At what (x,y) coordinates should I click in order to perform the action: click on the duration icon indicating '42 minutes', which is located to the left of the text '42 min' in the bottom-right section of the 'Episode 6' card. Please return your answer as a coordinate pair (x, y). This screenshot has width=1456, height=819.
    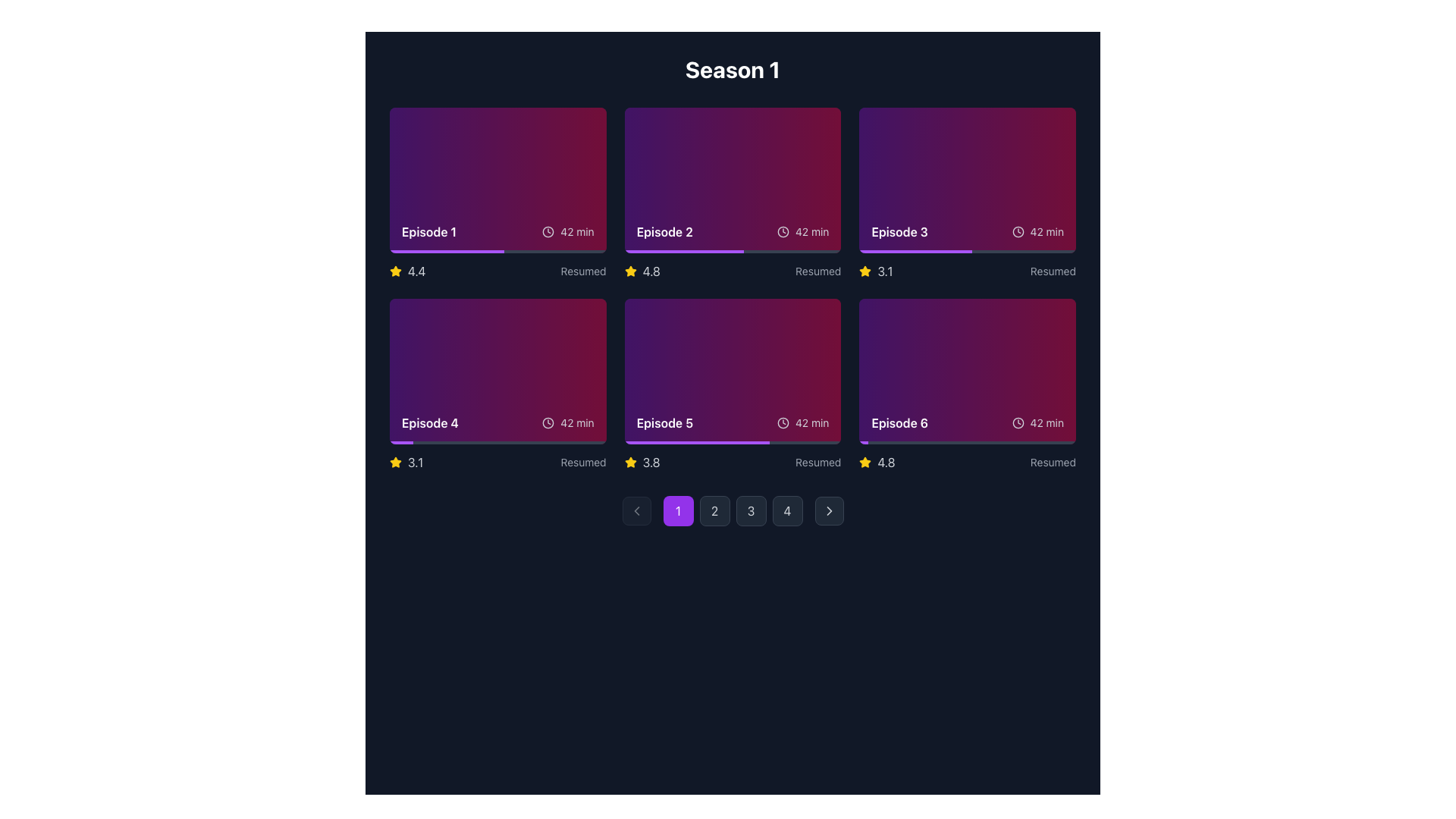
    Looking at the image, I should click on (1018, 423).